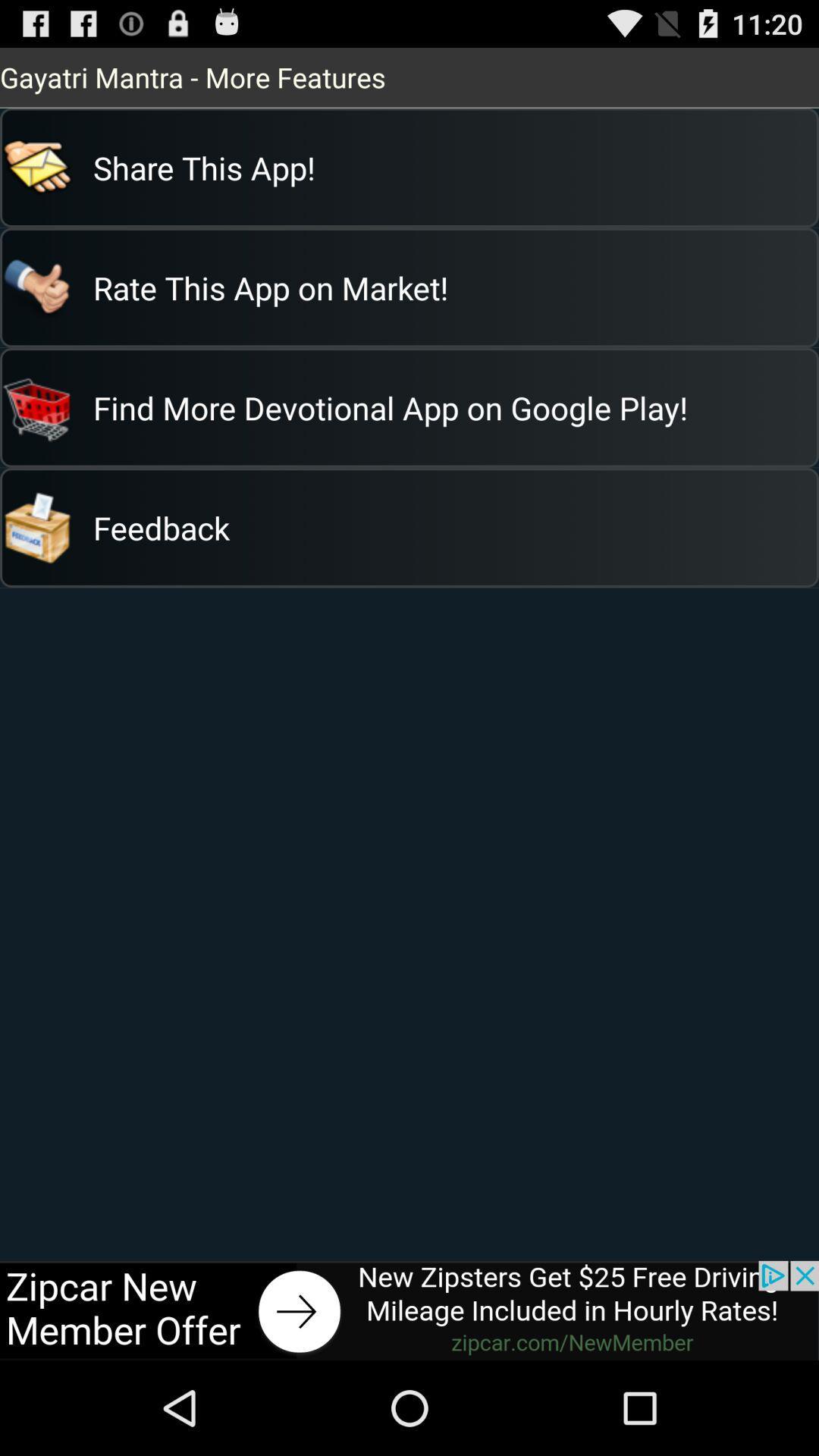 The width and height of the screenshot is (819, 1456). I want to click on open advertisement, so click(409, 1310).